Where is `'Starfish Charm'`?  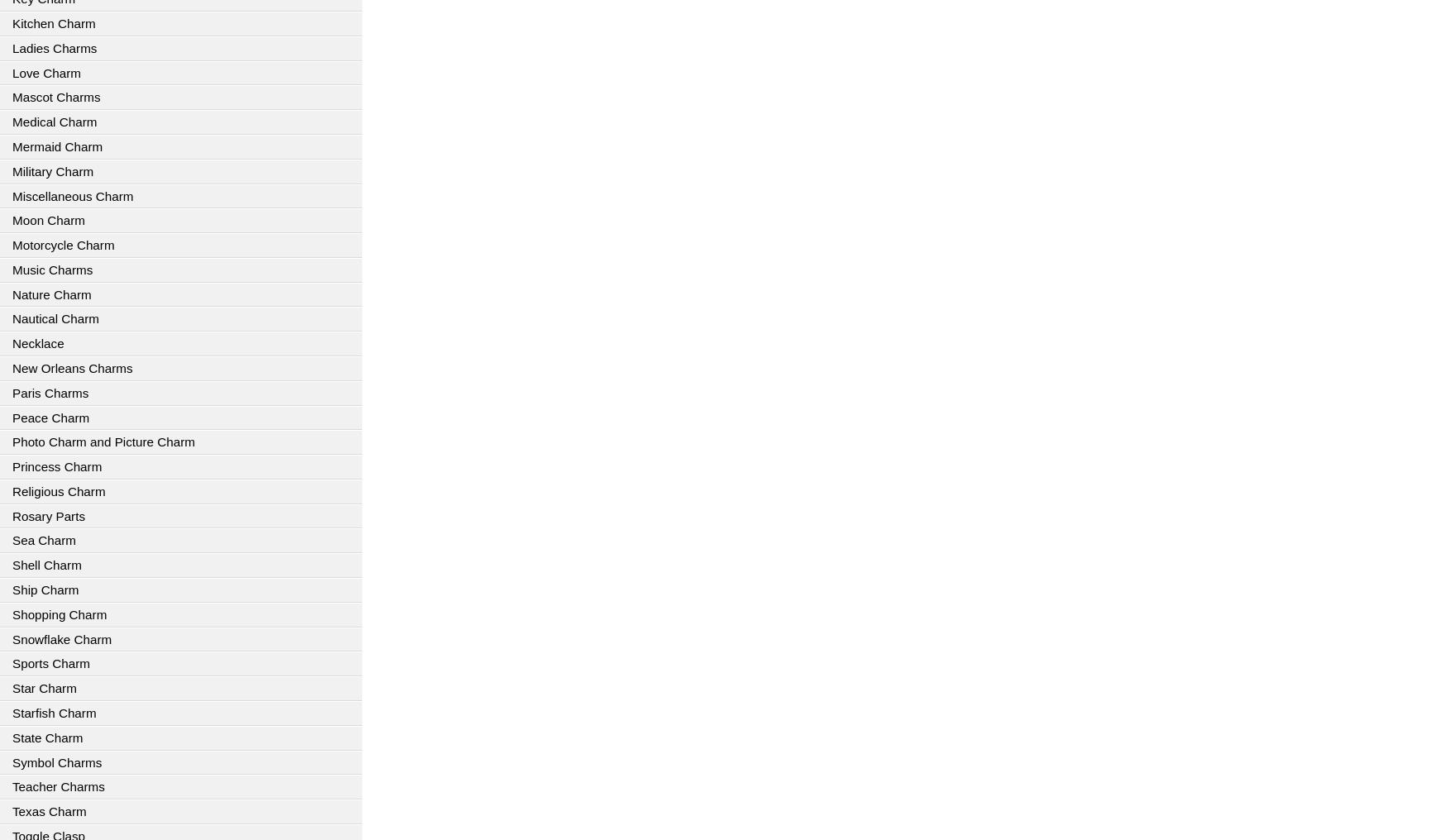
'Starfish Charm' is located at coordinates (54, 712).